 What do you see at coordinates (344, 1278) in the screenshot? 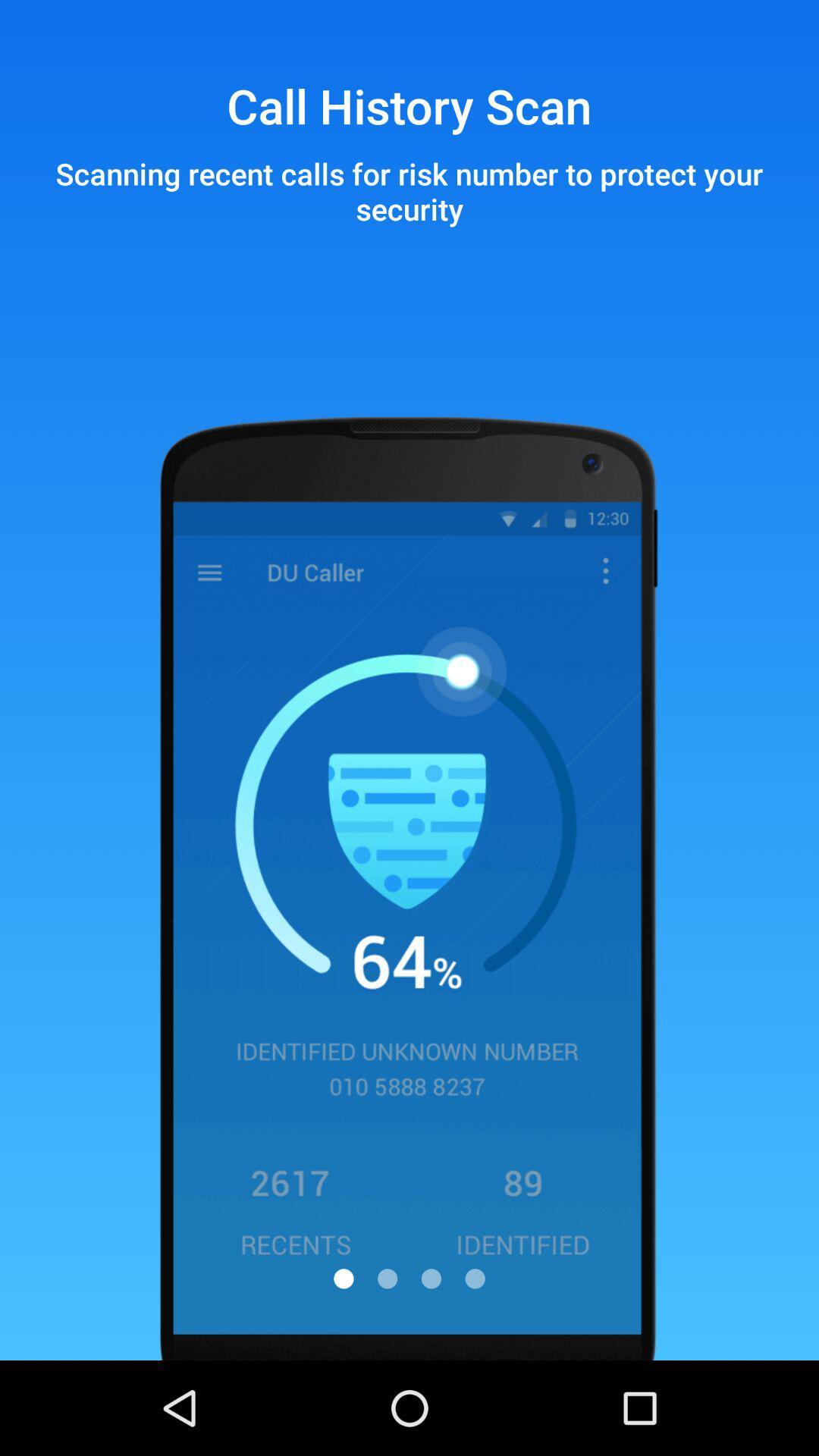
I see `the app below the scanning recent calls icon` at bounding box center [344, 1278].